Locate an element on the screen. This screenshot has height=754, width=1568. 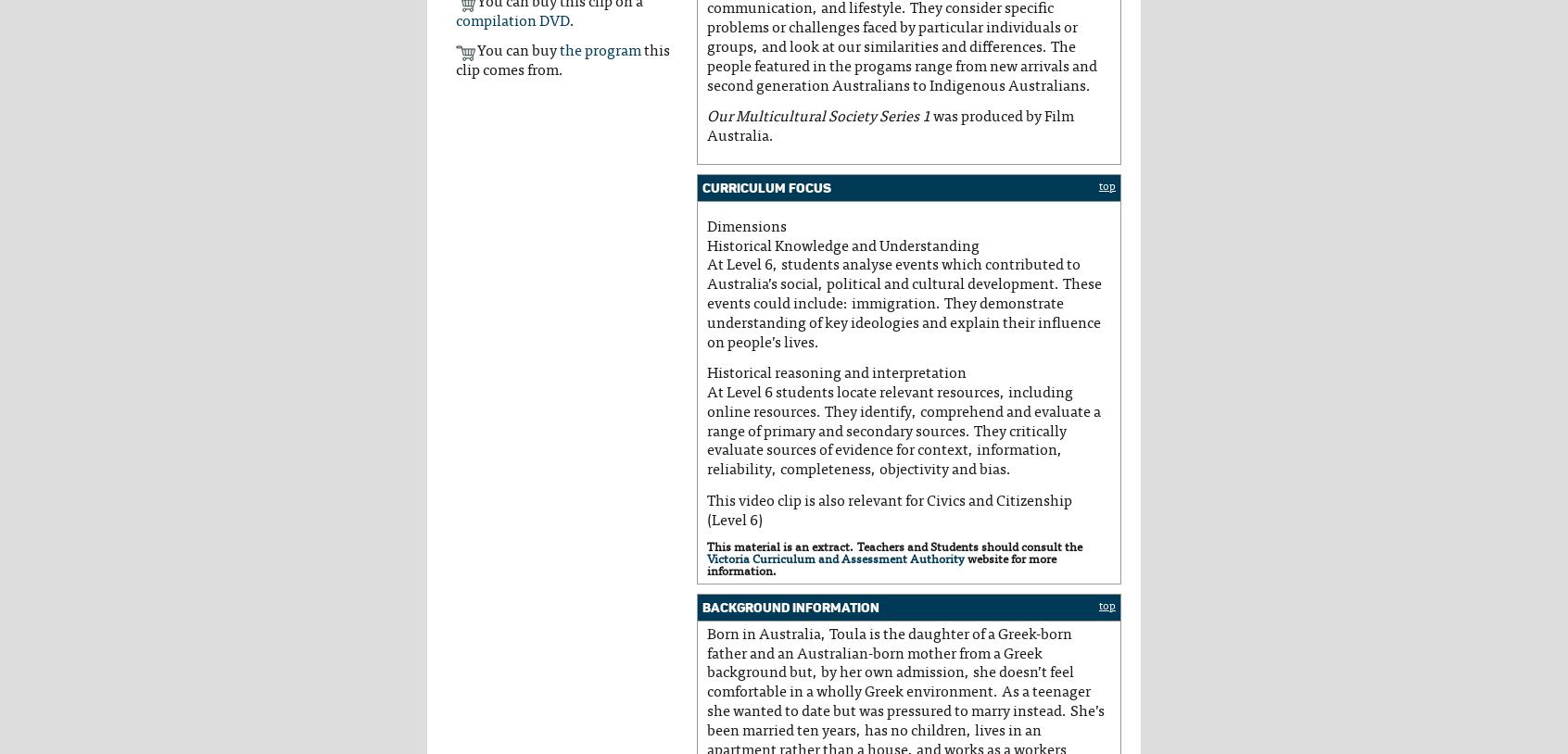
'.' is located at coordinates (571, 20).